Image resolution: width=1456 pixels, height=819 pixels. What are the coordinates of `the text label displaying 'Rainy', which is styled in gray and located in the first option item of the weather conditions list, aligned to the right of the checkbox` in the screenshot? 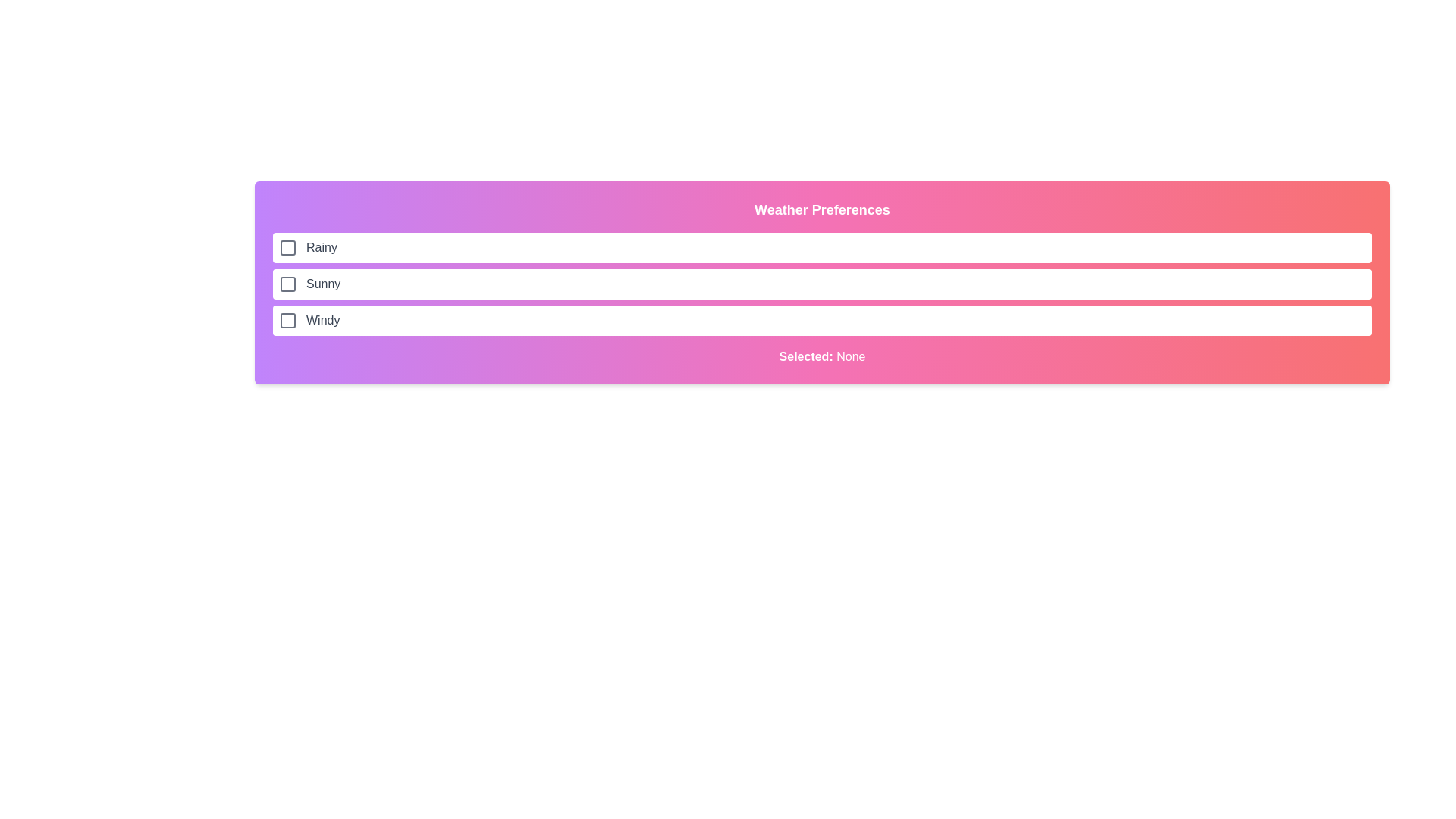 It's located at (321, 247).